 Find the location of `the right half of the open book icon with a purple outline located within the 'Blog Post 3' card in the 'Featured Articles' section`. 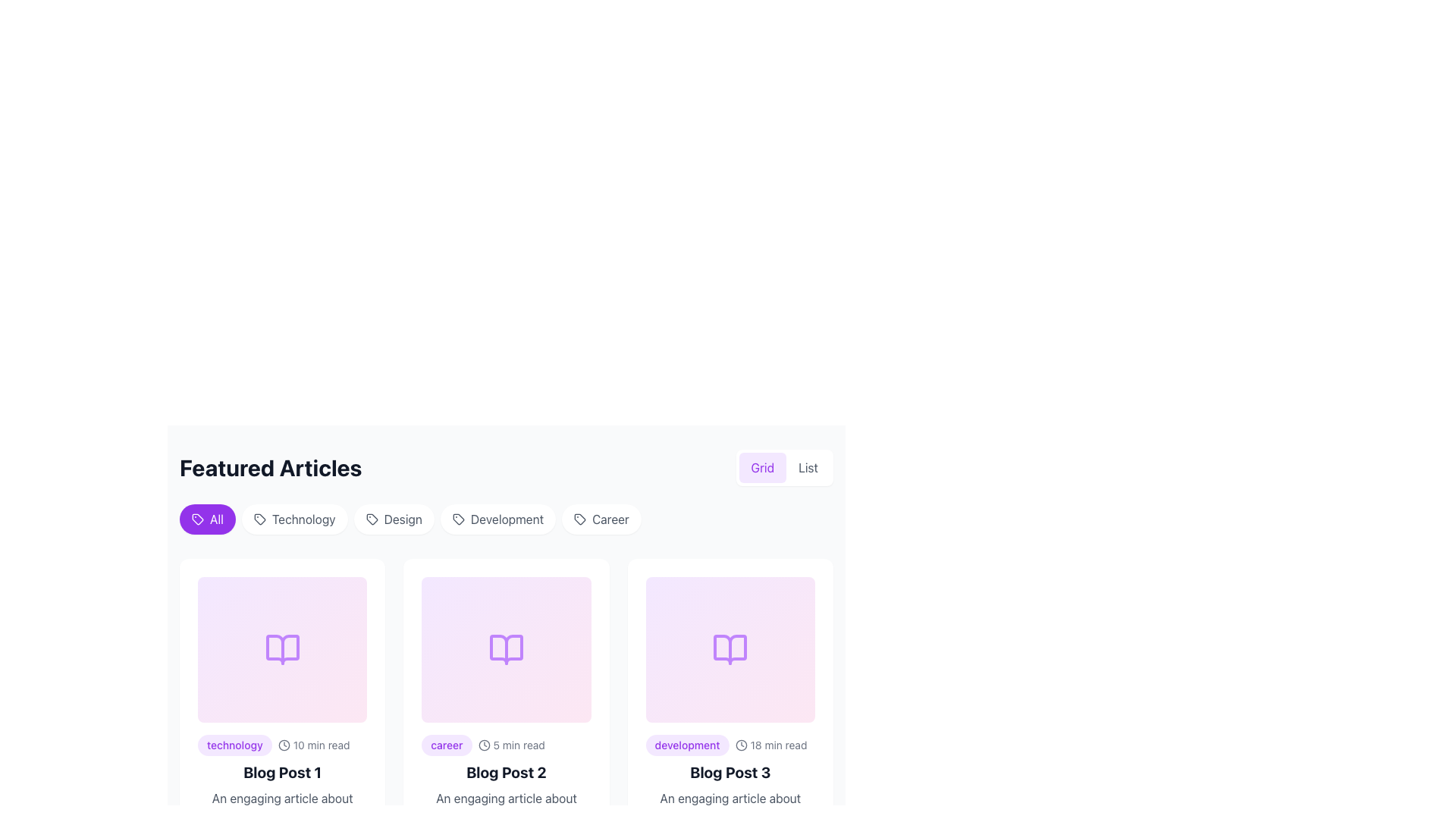

the right half of the open book icon with a purple outline located within the 'Blog Post 3' card in the 'Featured Articles' section is located at coordinates (730, 648).